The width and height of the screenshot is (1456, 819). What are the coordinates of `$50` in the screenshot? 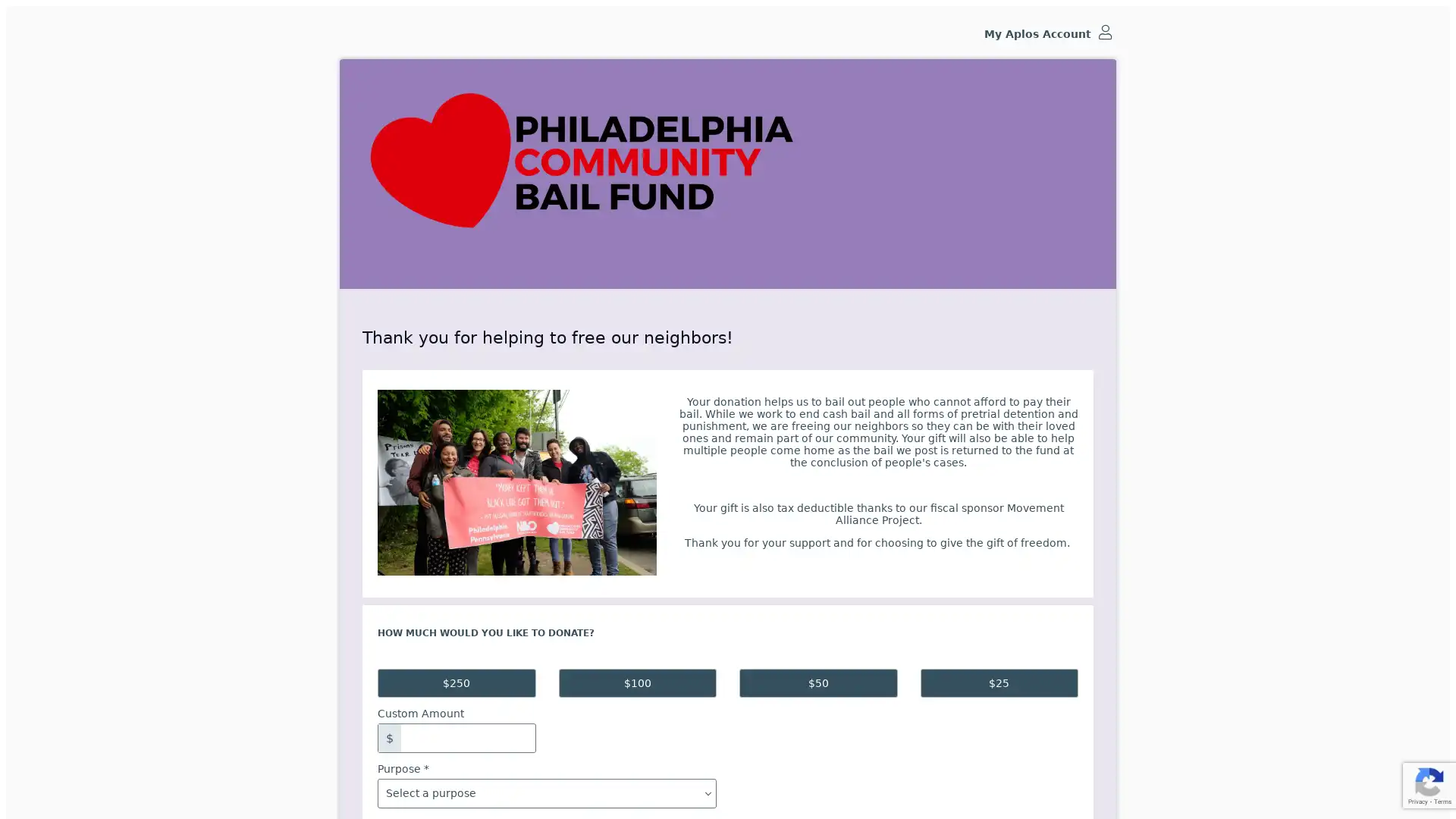 It's located at (817, 683).